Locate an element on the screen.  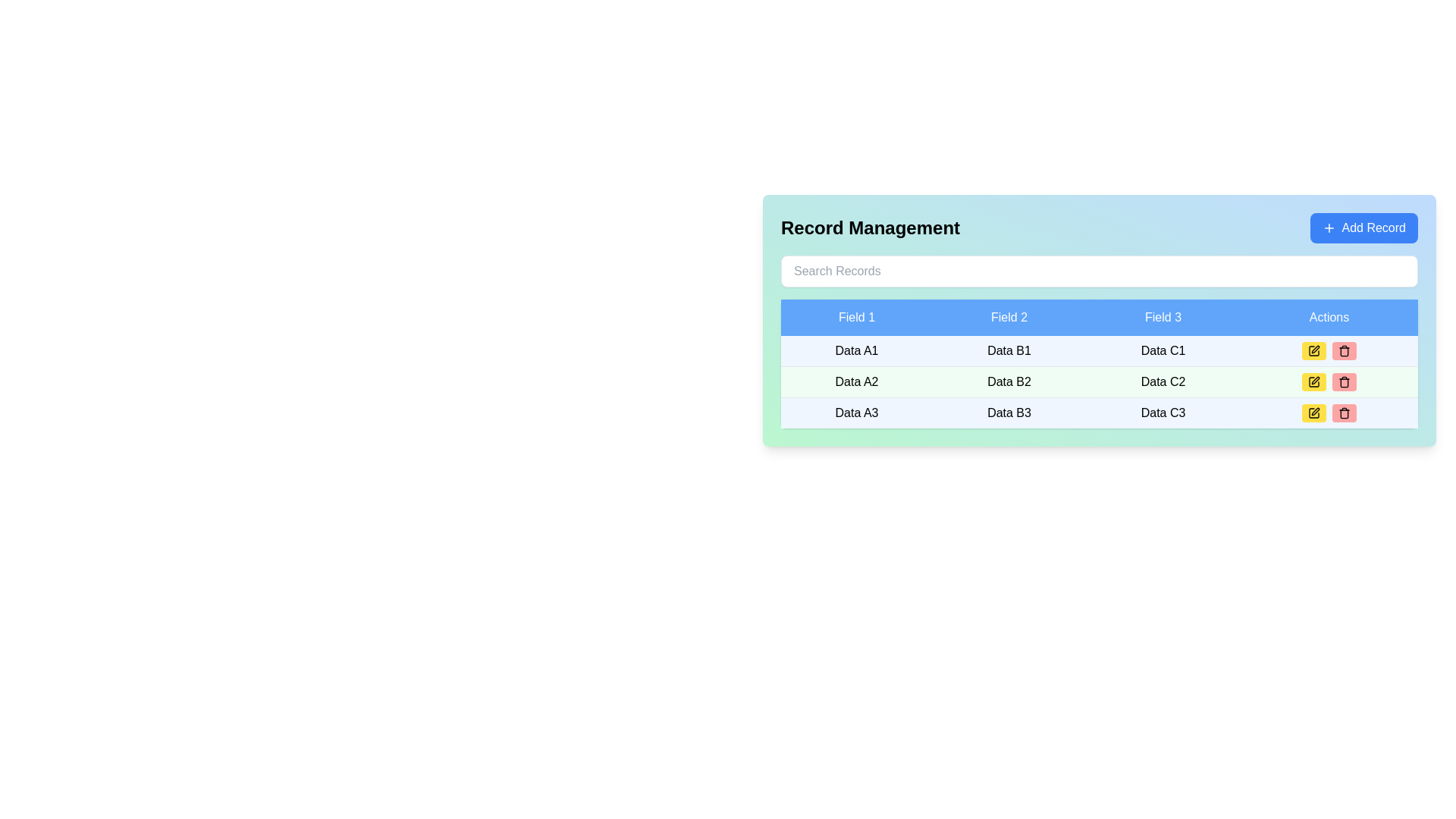
the static table cell displaying text in the 'Field 1' column of the record management table, located in the third row is located at coordinates (857, 413).